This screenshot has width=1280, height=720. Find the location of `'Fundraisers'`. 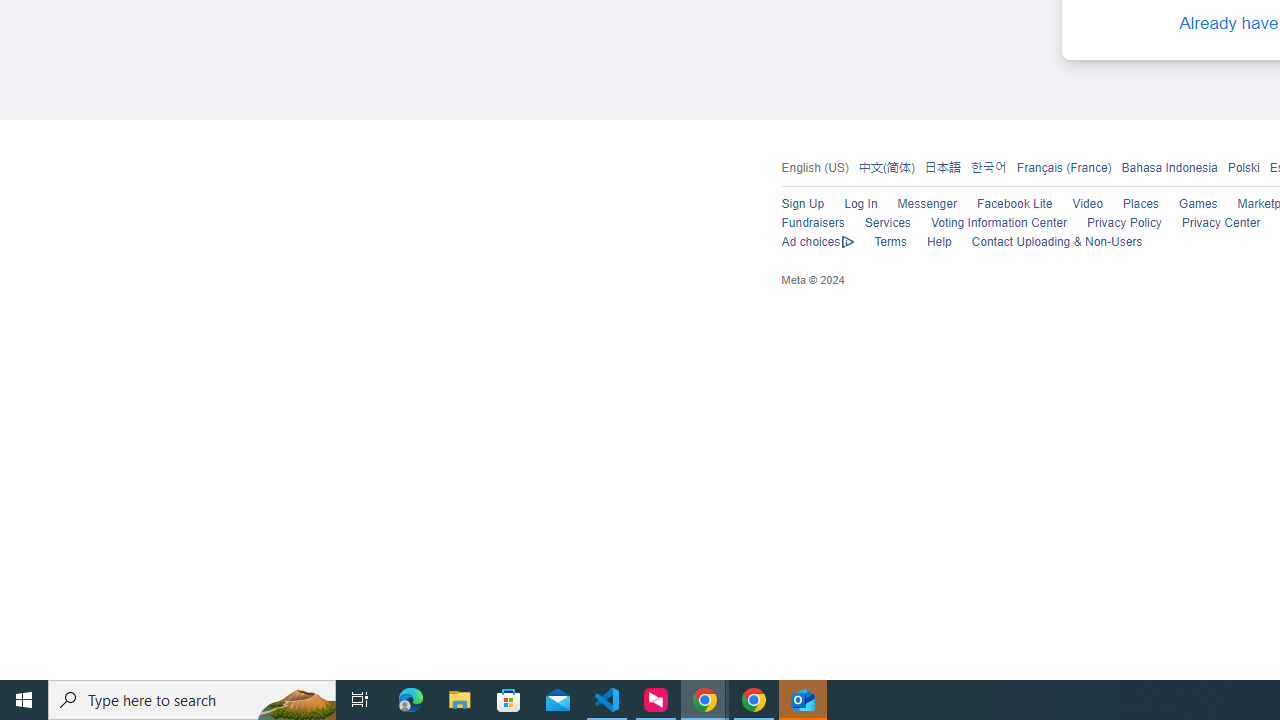

'Fundraisers' is located at coordinates (812, 223).